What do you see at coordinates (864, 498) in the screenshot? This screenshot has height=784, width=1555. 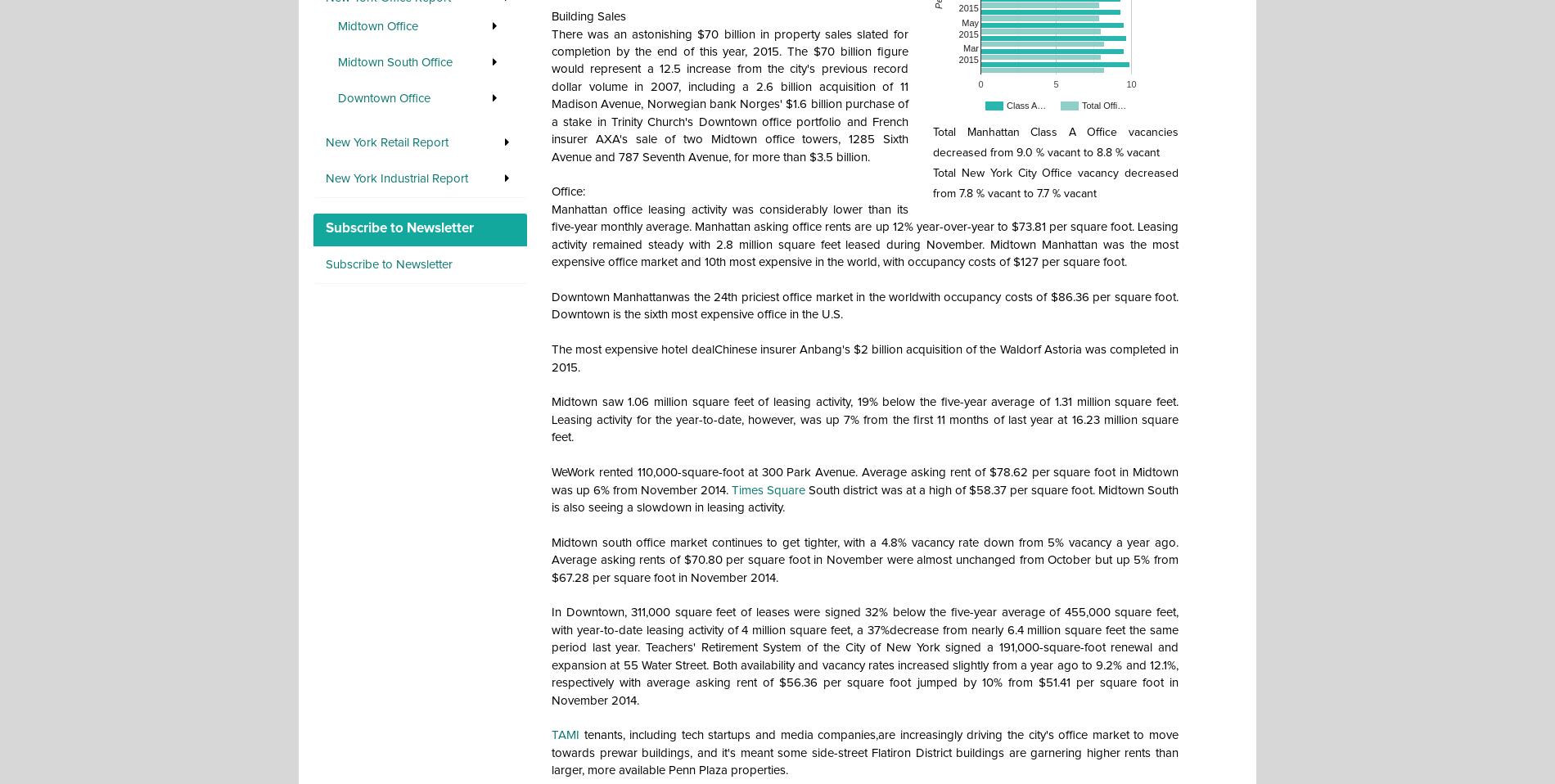 I see `'South district was at a high of $58.37 per square foot. Midtown South is also seeing a slowdown in leasing activity.'` at bounding box center [864, 498].